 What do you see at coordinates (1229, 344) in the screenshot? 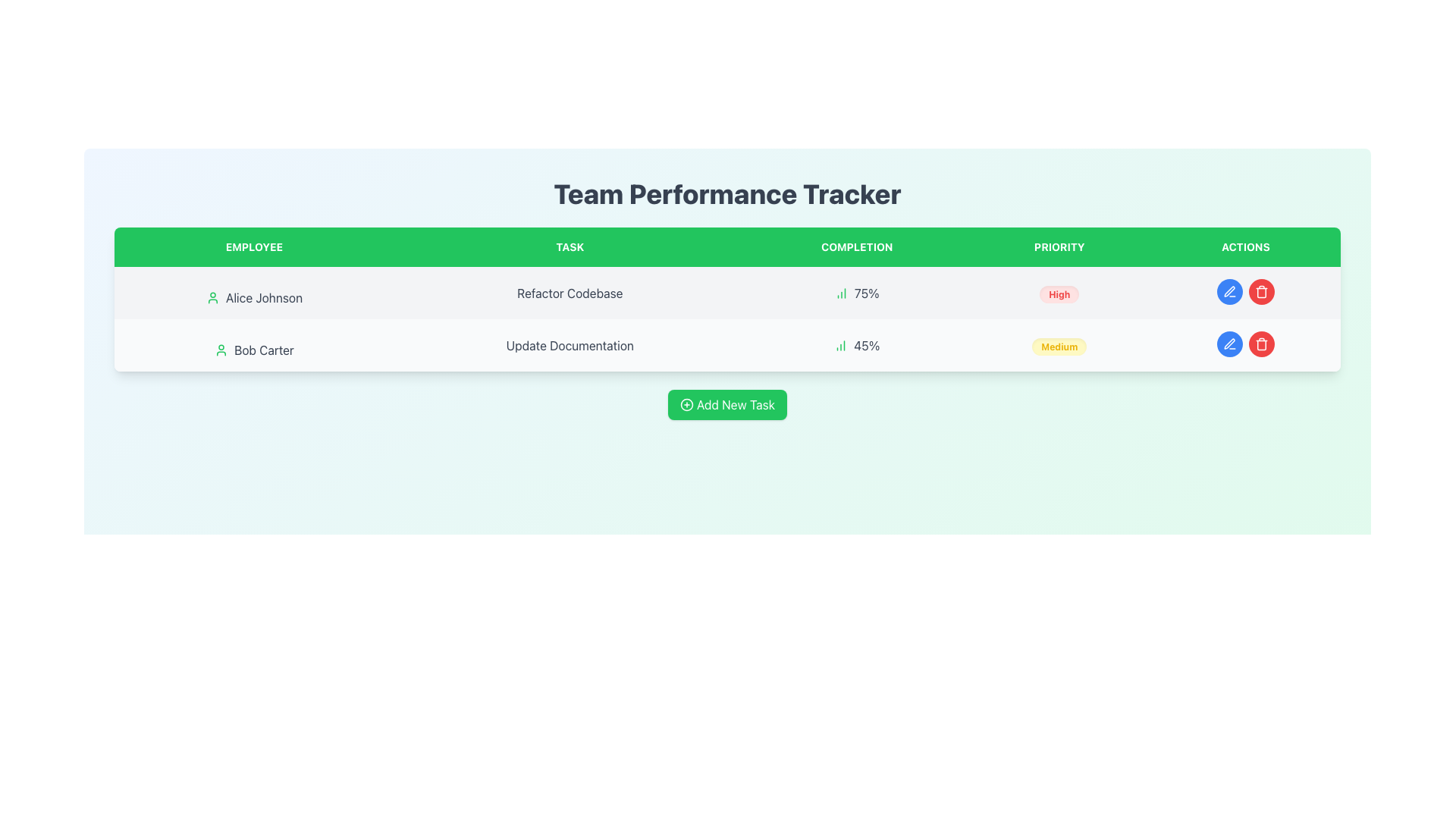
I see `the edit button located in the 'Actions' column of the second row in the table to initiate an edit action` at bounding box center [1229, 344].